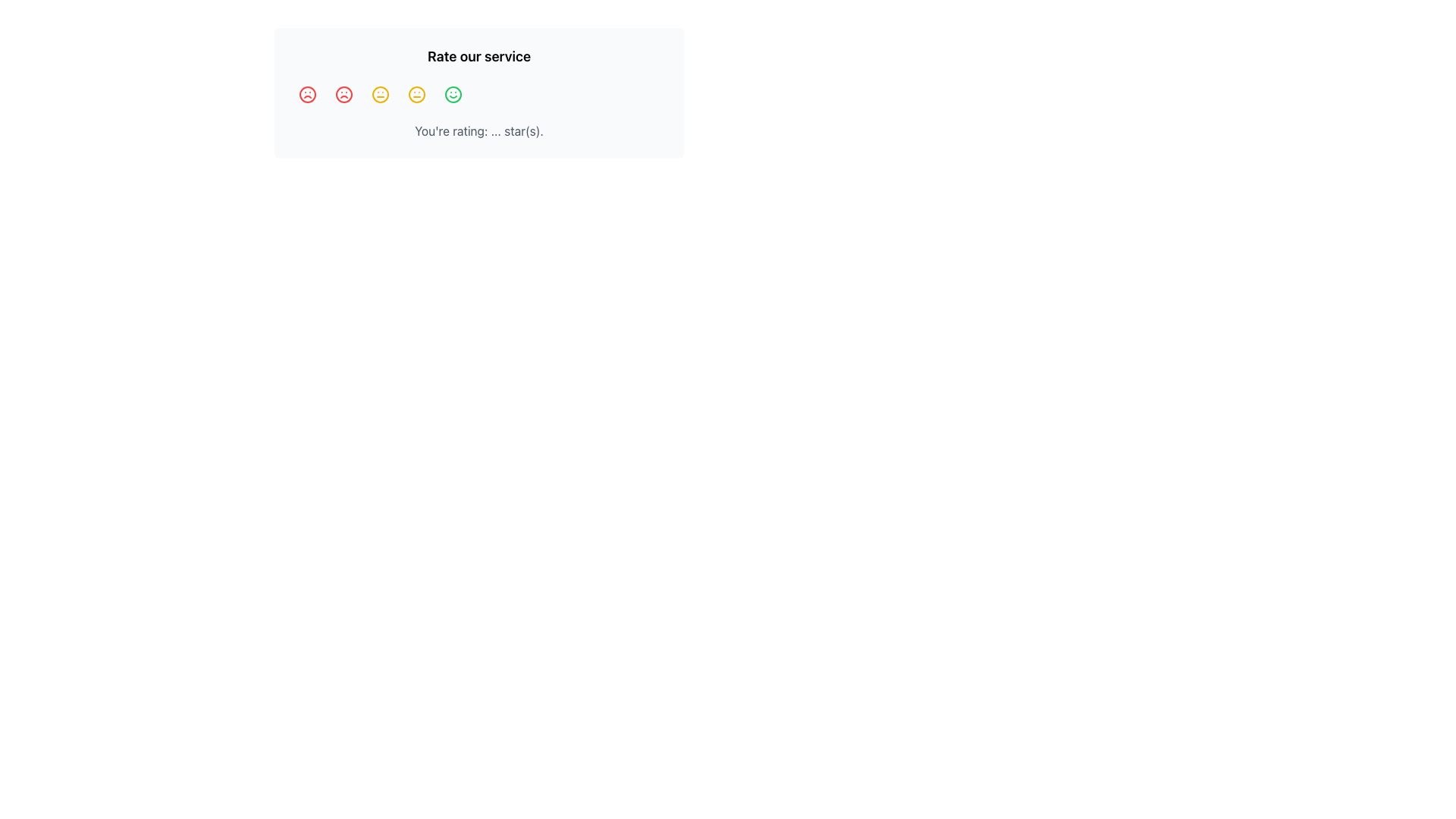  I want to click on the fifth green smiley icon in the 'Rate our service' panel, so click(453, 94).